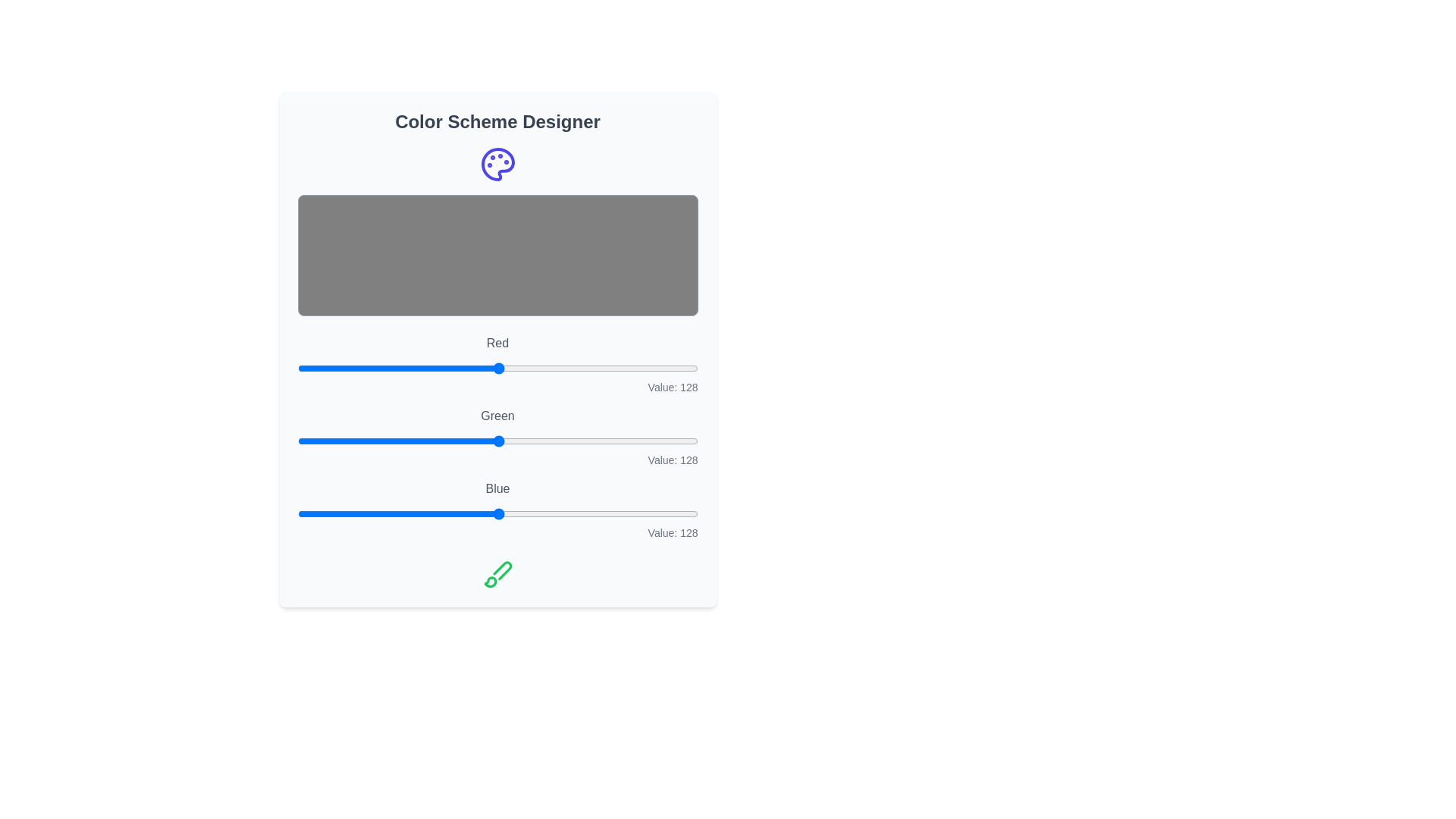 The image size is (1456, 819). I want to click on the blue color value, so click(441, 513).